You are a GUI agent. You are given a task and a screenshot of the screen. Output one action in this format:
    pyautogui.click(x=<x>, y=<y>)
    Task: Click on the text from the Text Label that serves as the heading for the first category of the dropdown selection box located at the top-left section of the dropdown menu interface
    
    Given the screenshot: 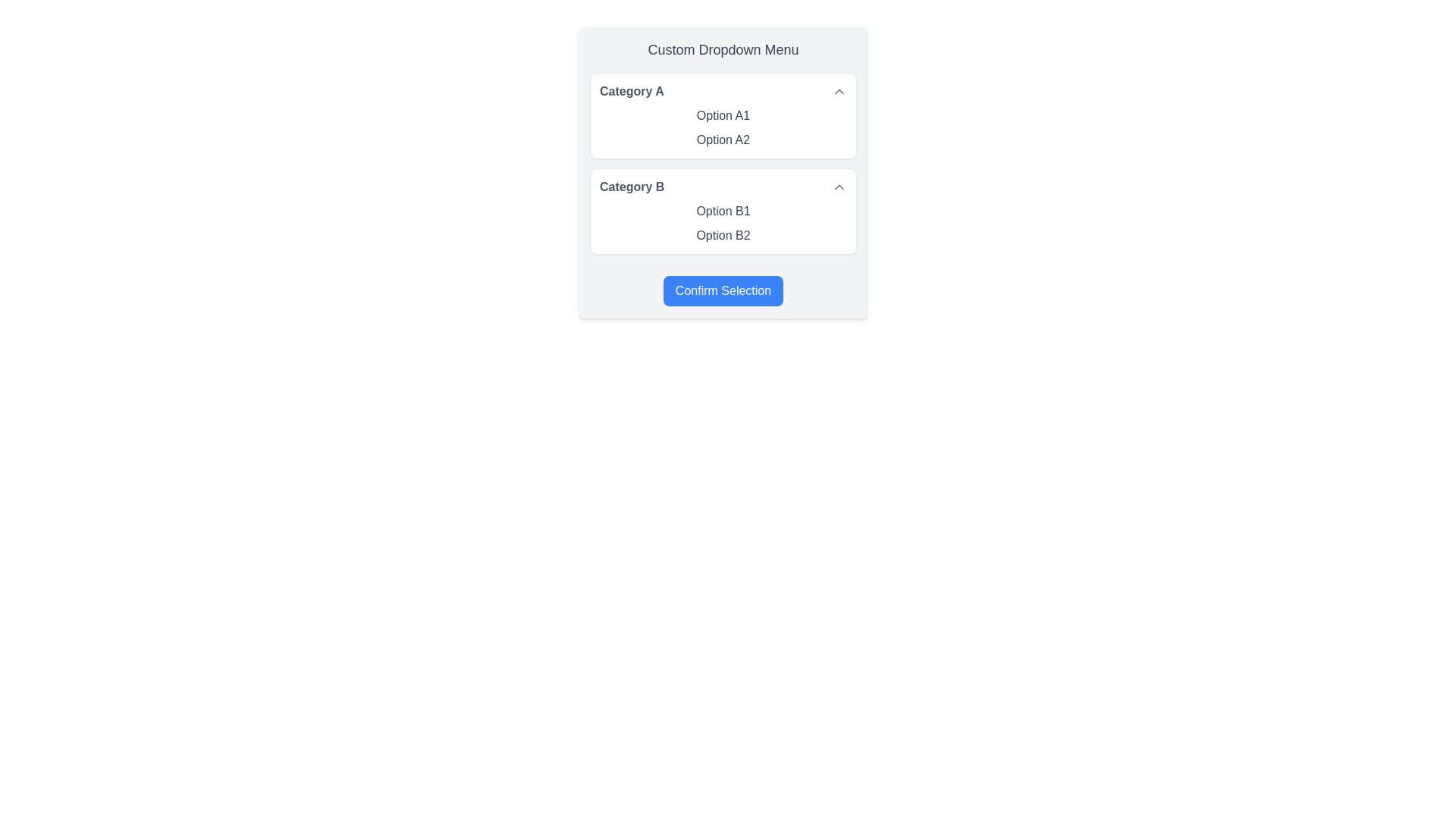 What is the action you would take?
    pyautogui.click(x=632, y=91)
    